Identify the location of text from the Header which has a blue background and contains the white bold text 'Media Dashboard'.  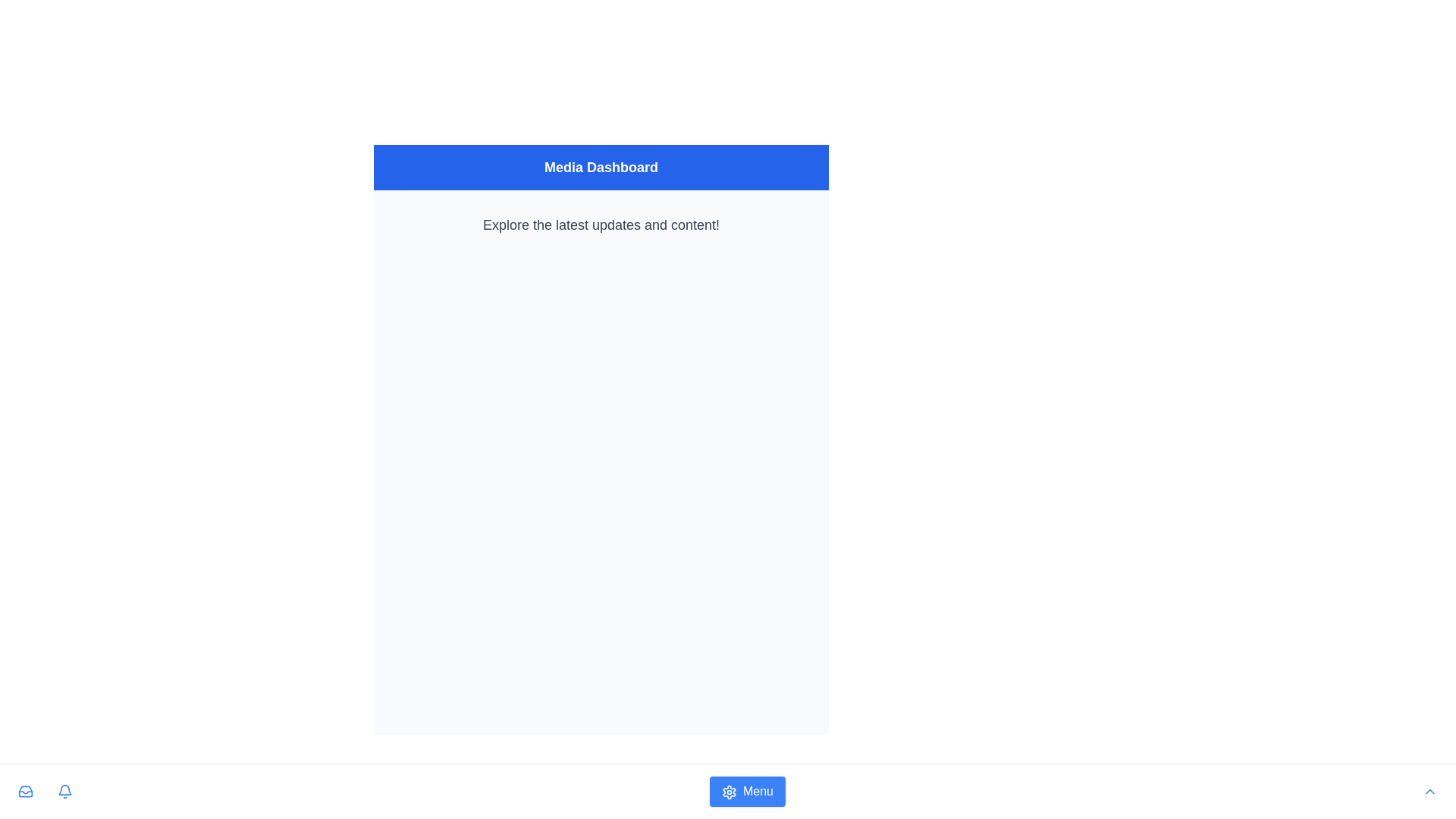
(600, 167).